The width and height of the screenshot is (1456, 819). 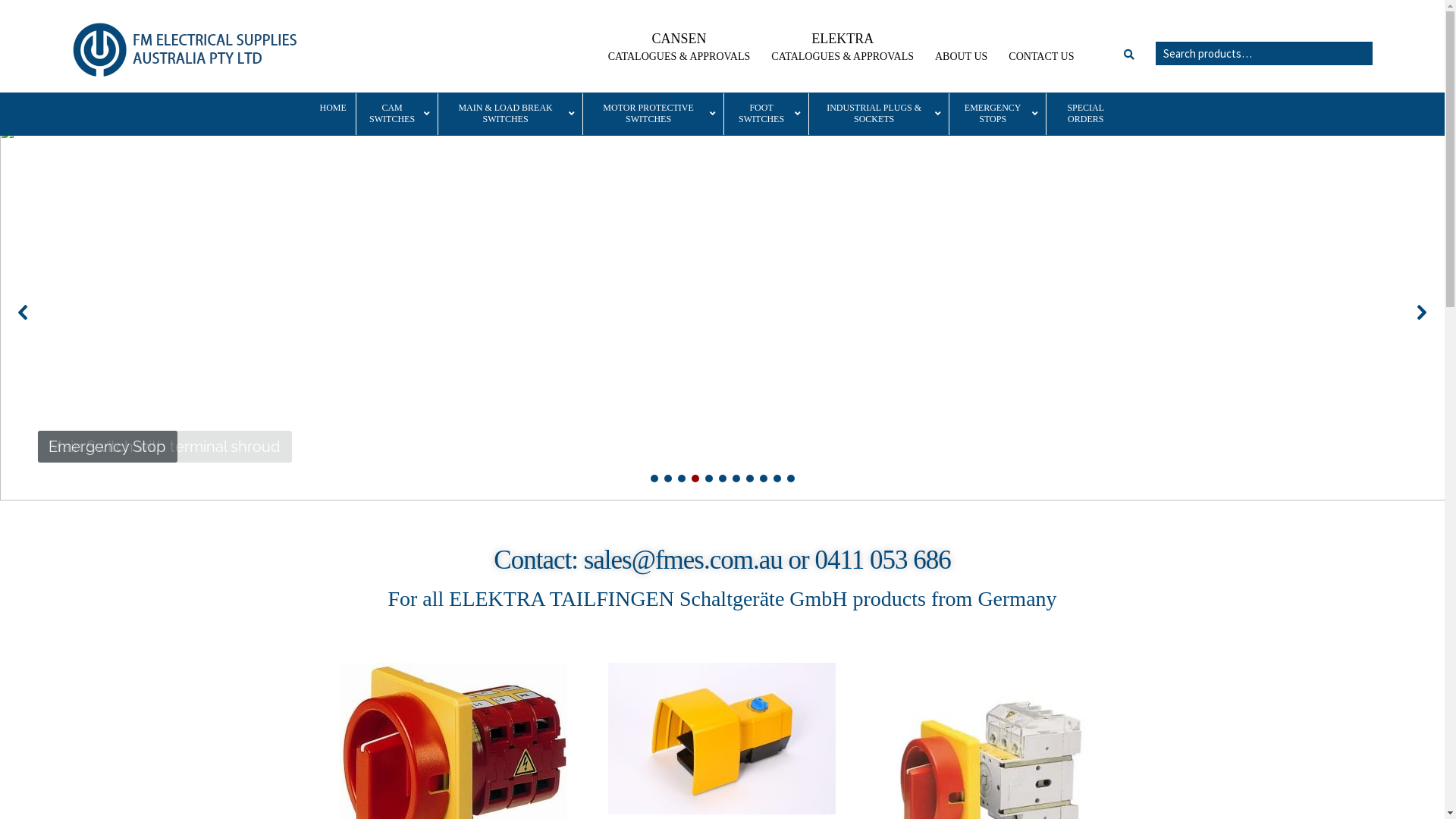 I want to click on 'SPECIAL ORDERS', so click(x=1084, y=113).